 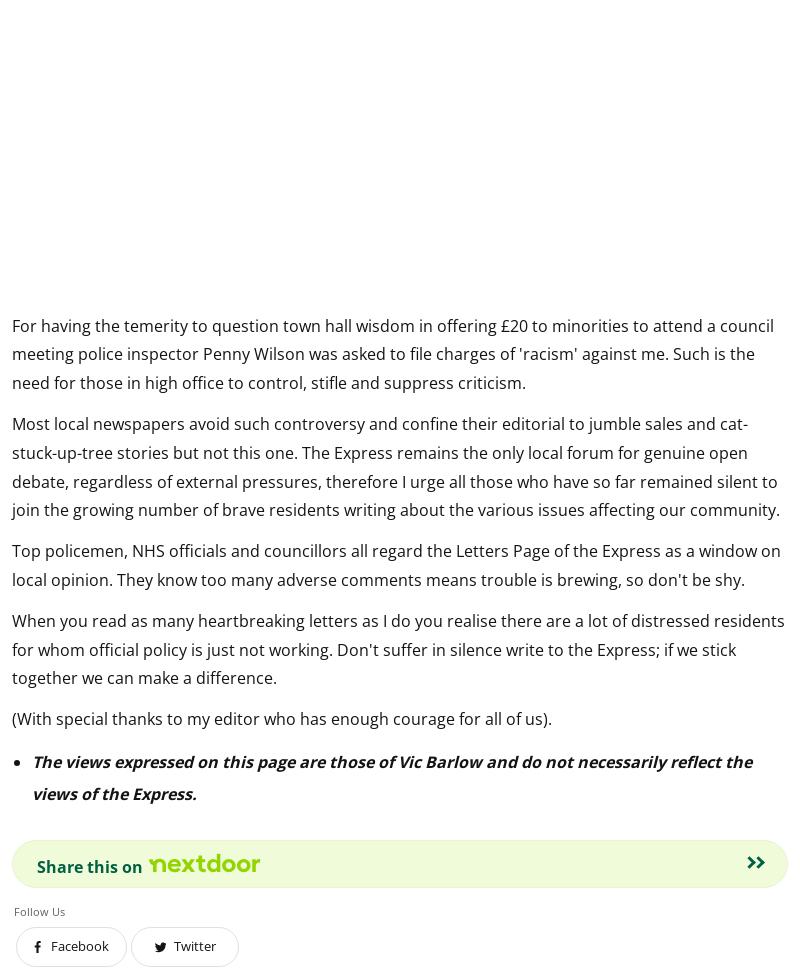 I want to click on 'Follow Us', so click(x=38, y=910).